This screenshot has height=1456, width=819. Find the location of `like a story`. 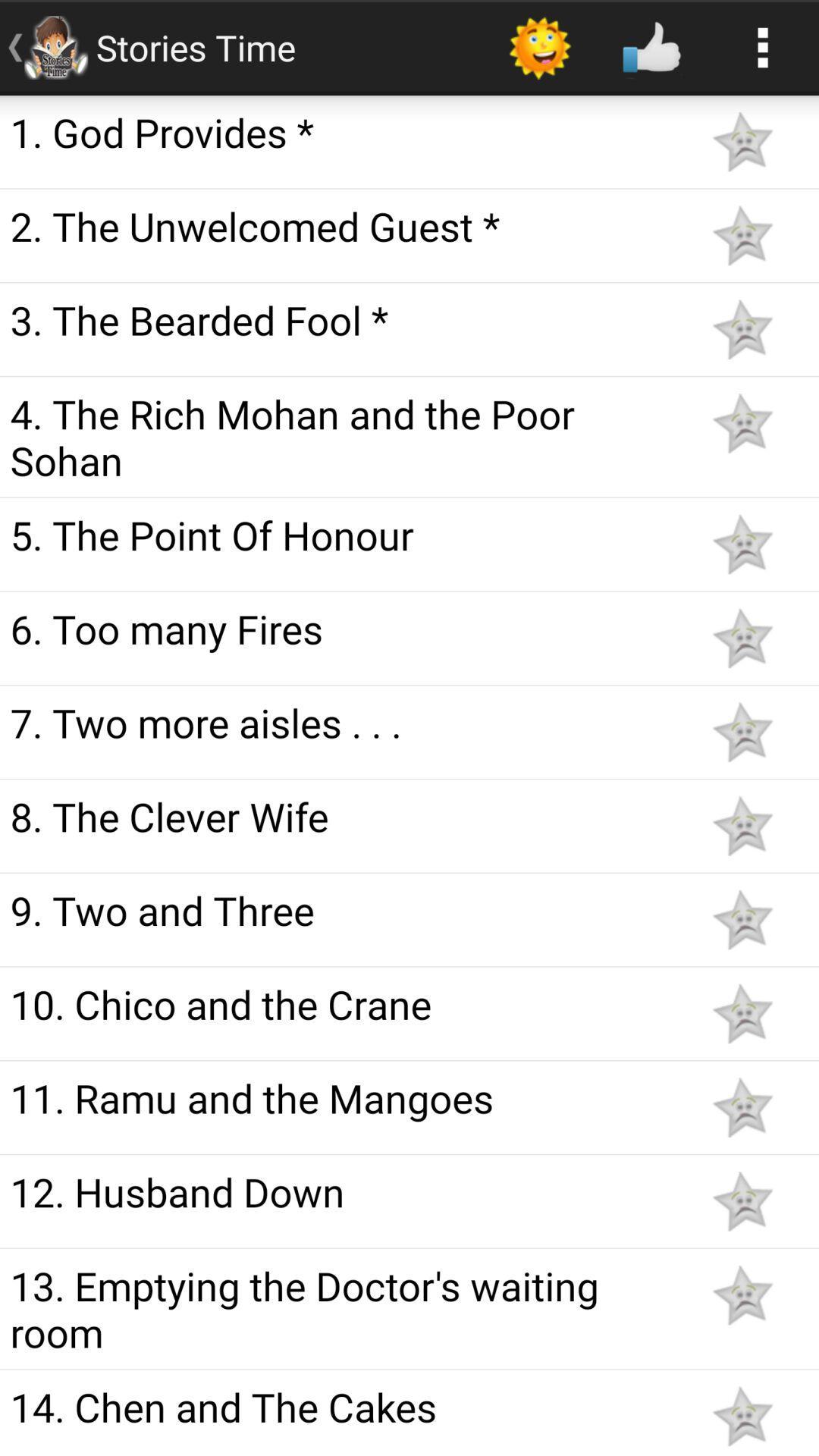

like a story is located at coordinates (742, 423).